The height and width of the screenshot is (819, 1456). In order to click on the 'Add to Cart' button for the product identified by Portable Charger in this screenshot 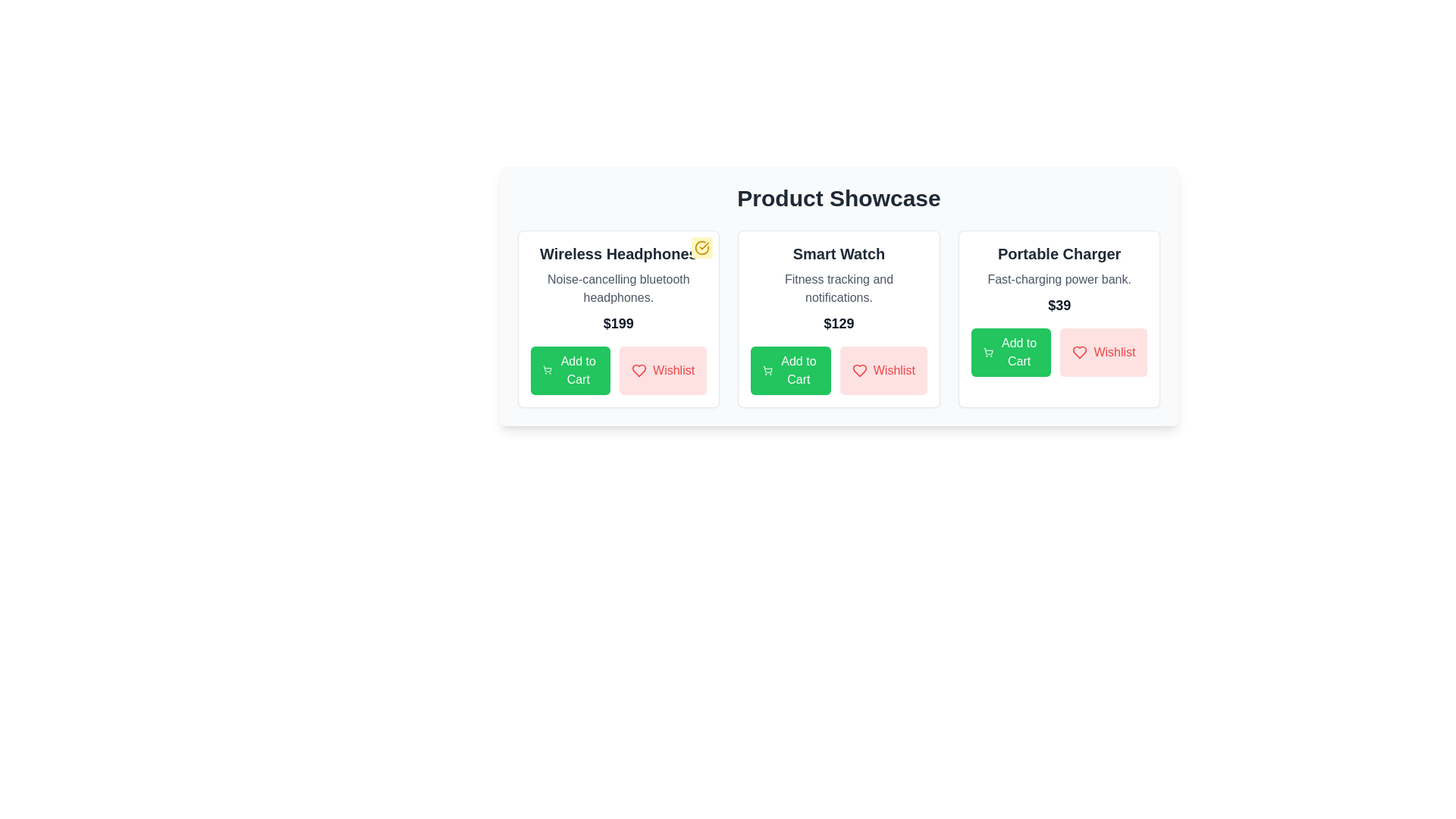, I will do `click(1012, 353)`.